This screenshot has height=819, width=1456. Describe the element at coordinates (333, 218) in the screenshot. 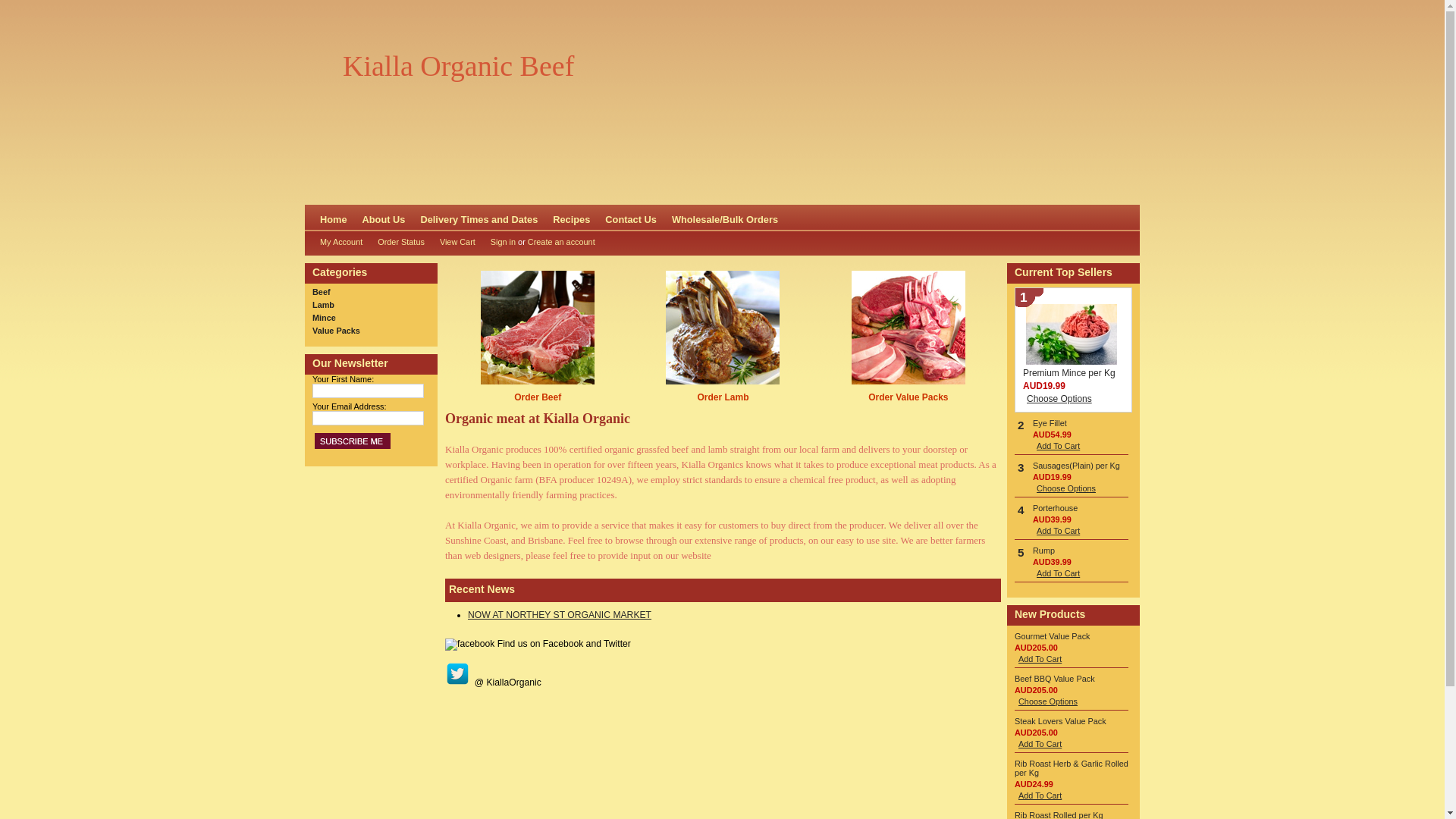

I see `'Home'` at that location.